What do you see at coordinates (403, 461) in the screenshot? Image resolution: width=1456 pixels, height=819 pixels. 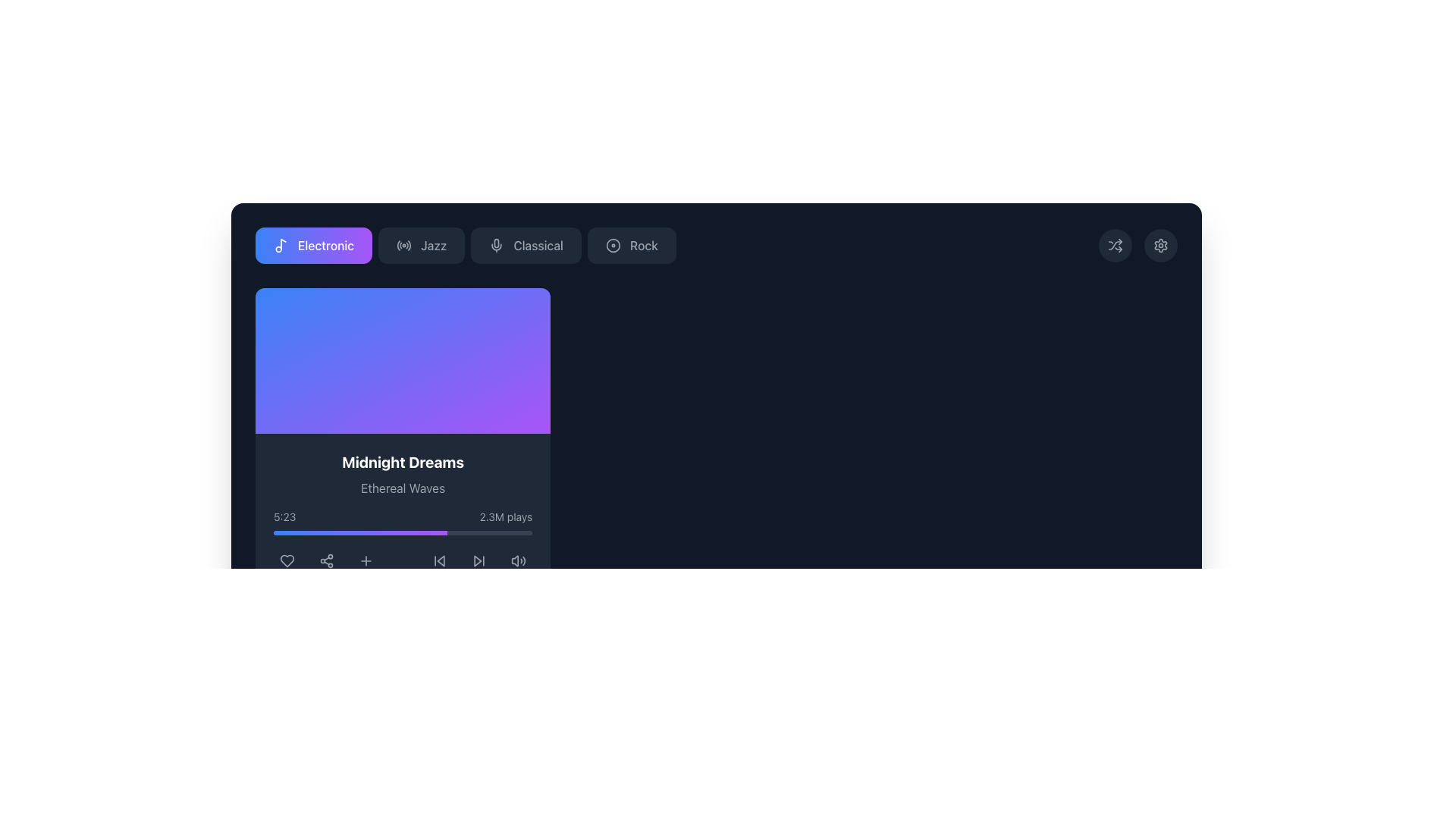 I see `the text label displaying 'Midnight Dreams' in bold, white font, which serves as a header for the associated content section` at bounding box center [403, 461].